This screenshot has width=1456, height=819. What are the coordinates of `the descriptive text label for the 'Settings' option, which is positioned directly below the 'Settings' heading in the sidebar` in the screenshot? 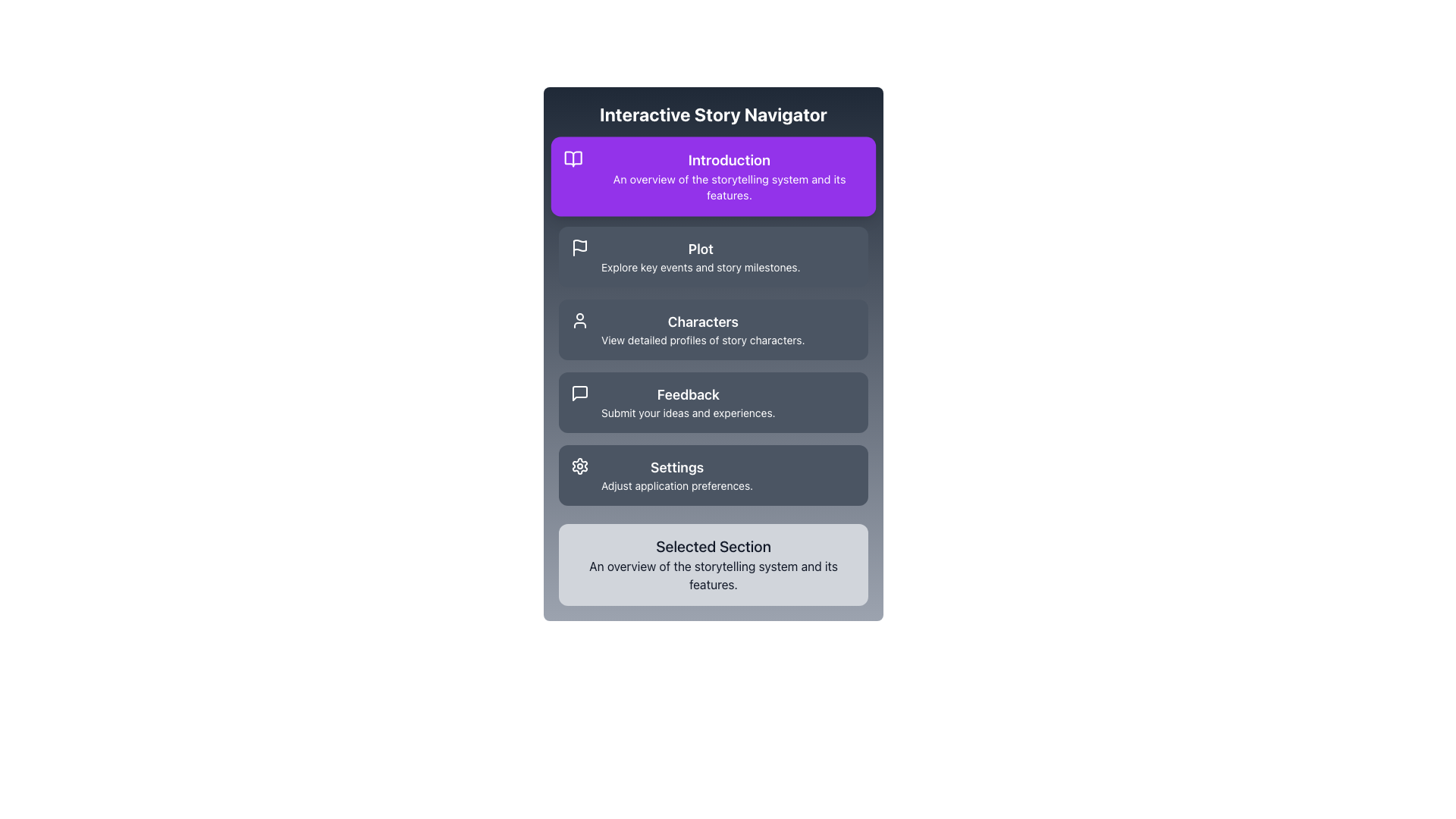 It's located at (676, 485).